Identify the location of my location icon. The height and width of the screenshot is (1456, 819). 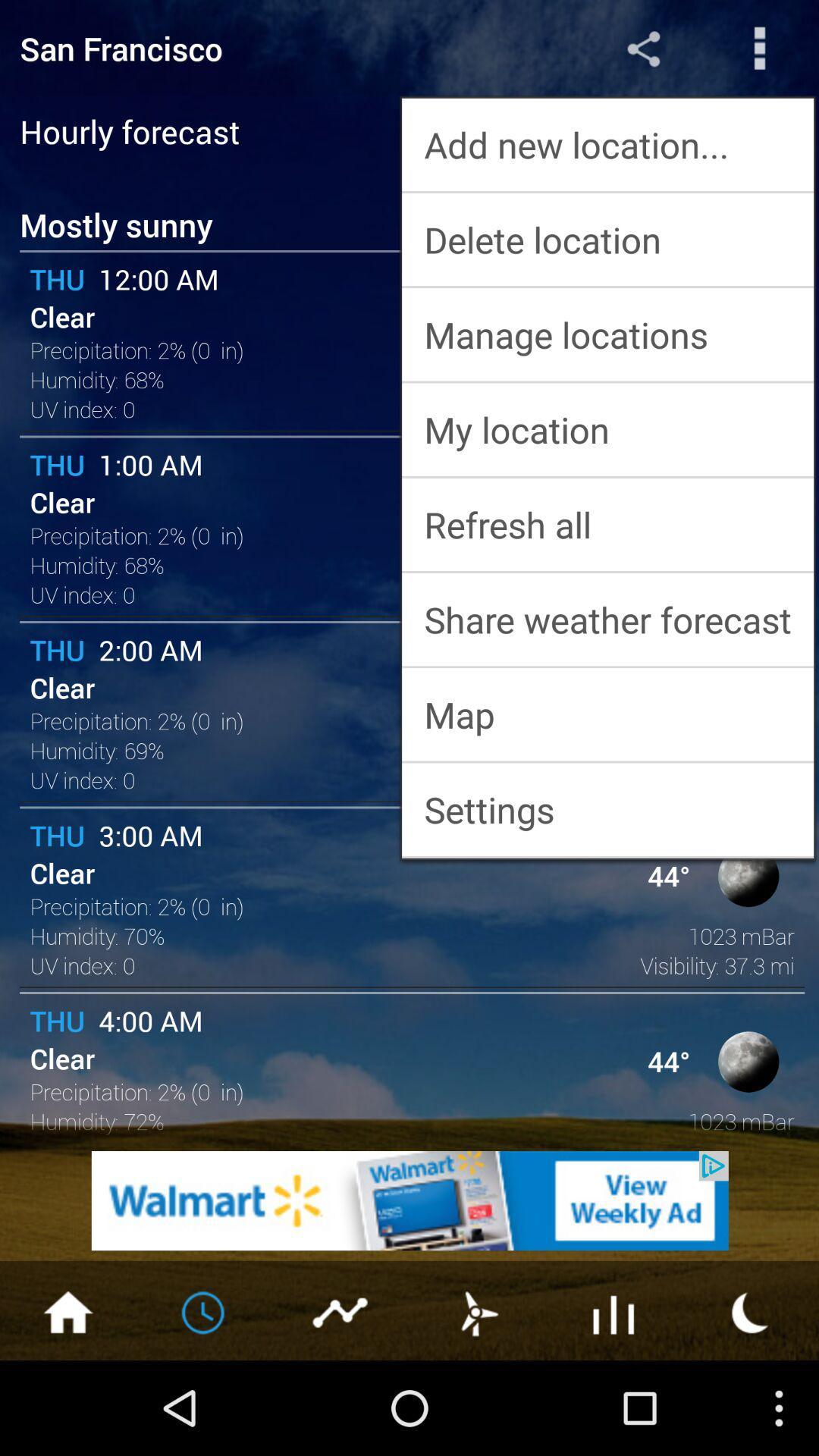
(607, 428).